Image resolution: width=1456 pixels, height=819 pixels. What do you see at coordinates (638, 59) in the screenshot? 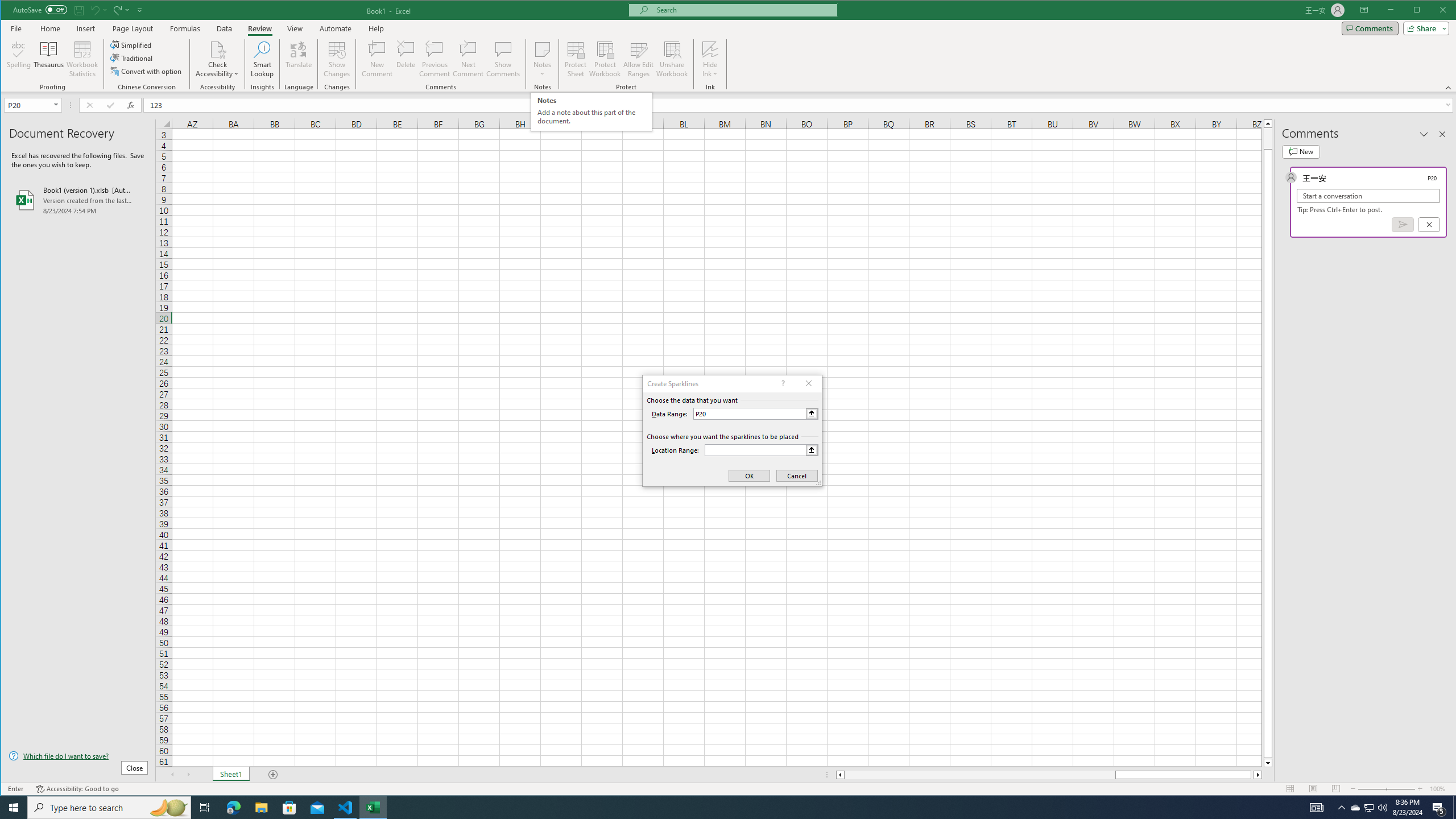
I see `'Allow Edit Ranges'` at bounding box center [638, 59].